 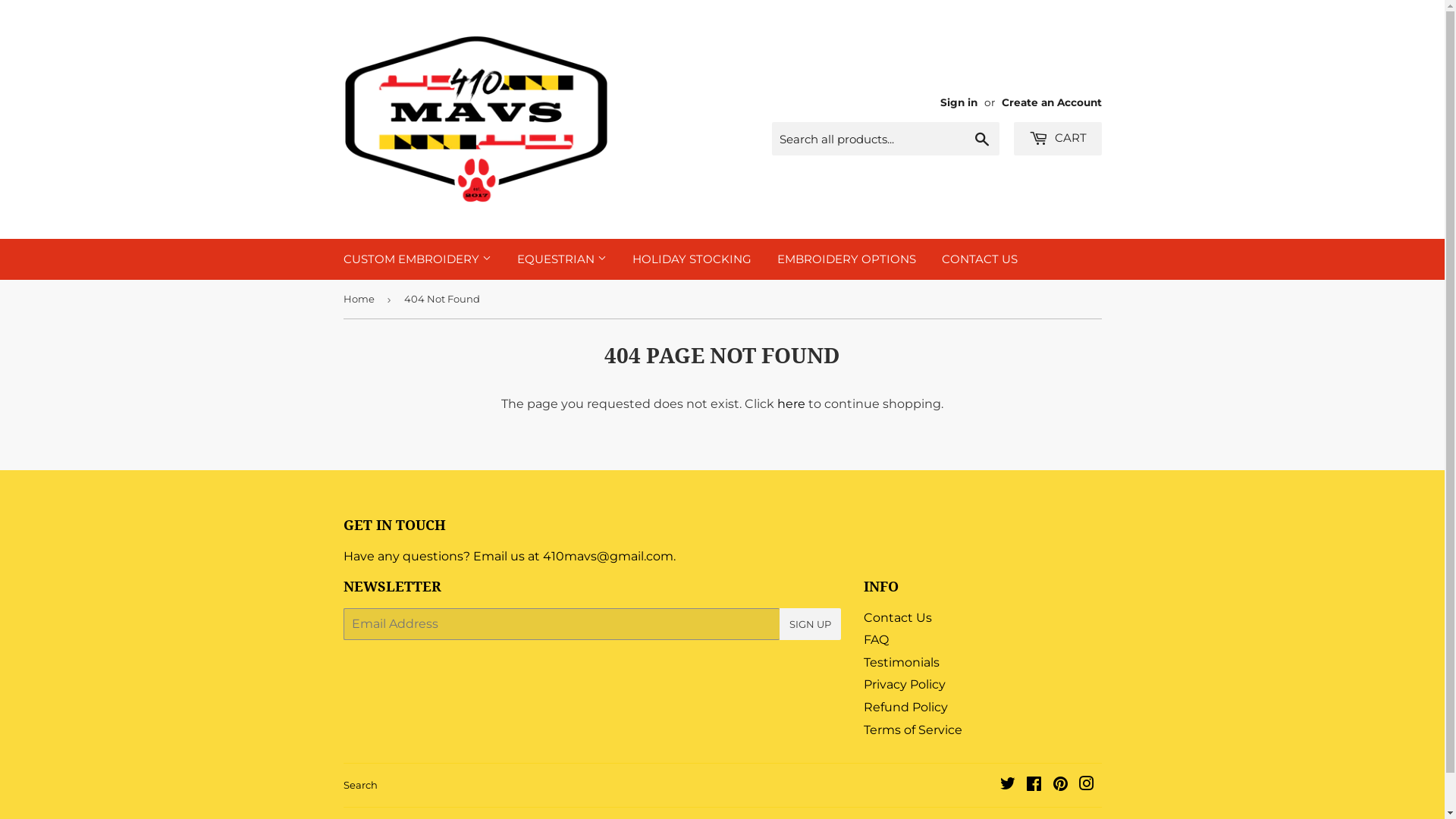 What do you see at coordinates (912, 729) in the screenshot?
I see `'Terms of Service'` at bounding box center [912, 729].